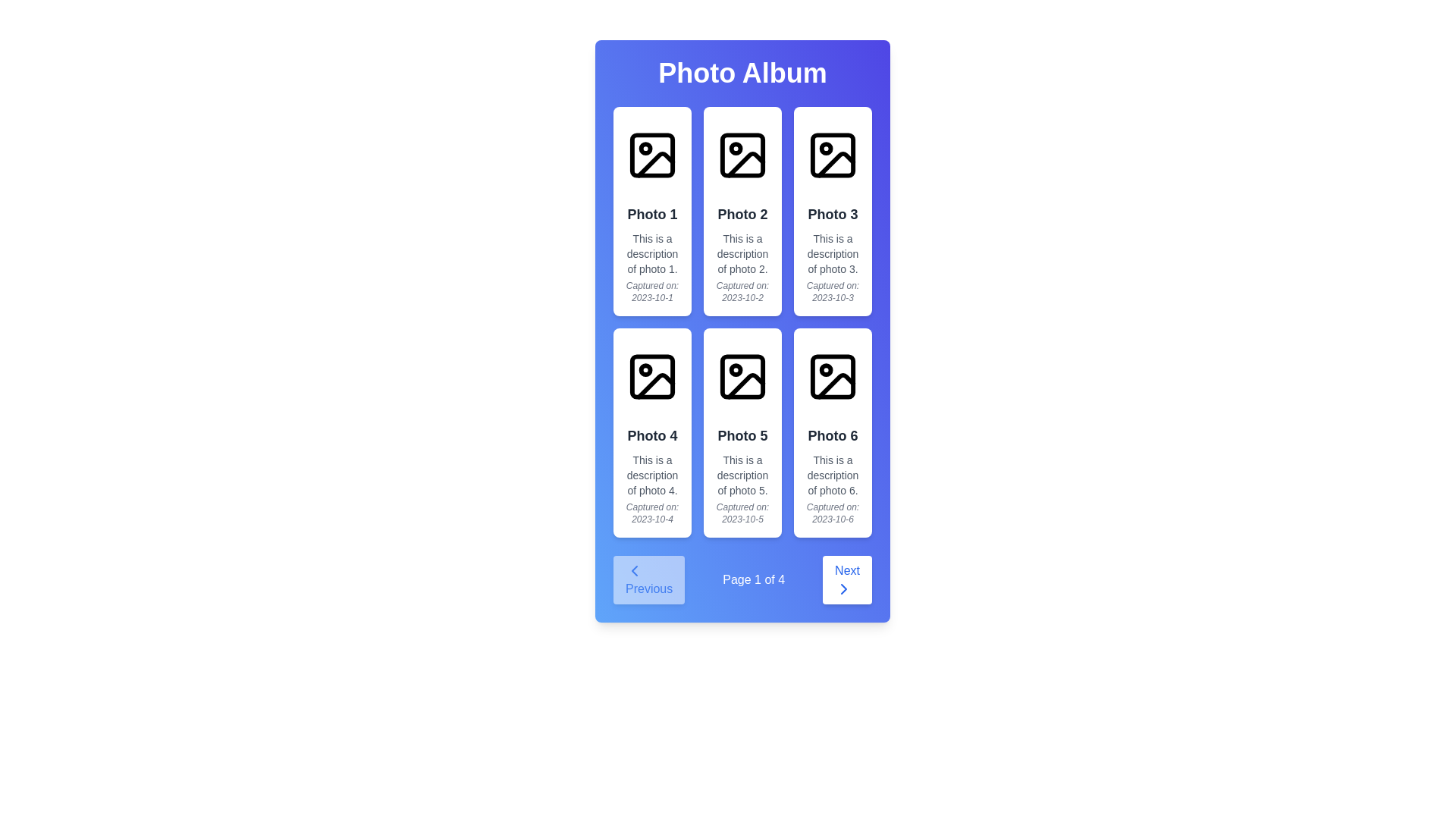 The width and height of the screenshot is (1456, 819). What do you see at coordinates (652, 432) in the screenshot?
I see `the photo card in the grid layout located at the fourth position (first column, second row) that displays details of an individual photo, including its title, description, and captured date` at bounding box center [652, 432].